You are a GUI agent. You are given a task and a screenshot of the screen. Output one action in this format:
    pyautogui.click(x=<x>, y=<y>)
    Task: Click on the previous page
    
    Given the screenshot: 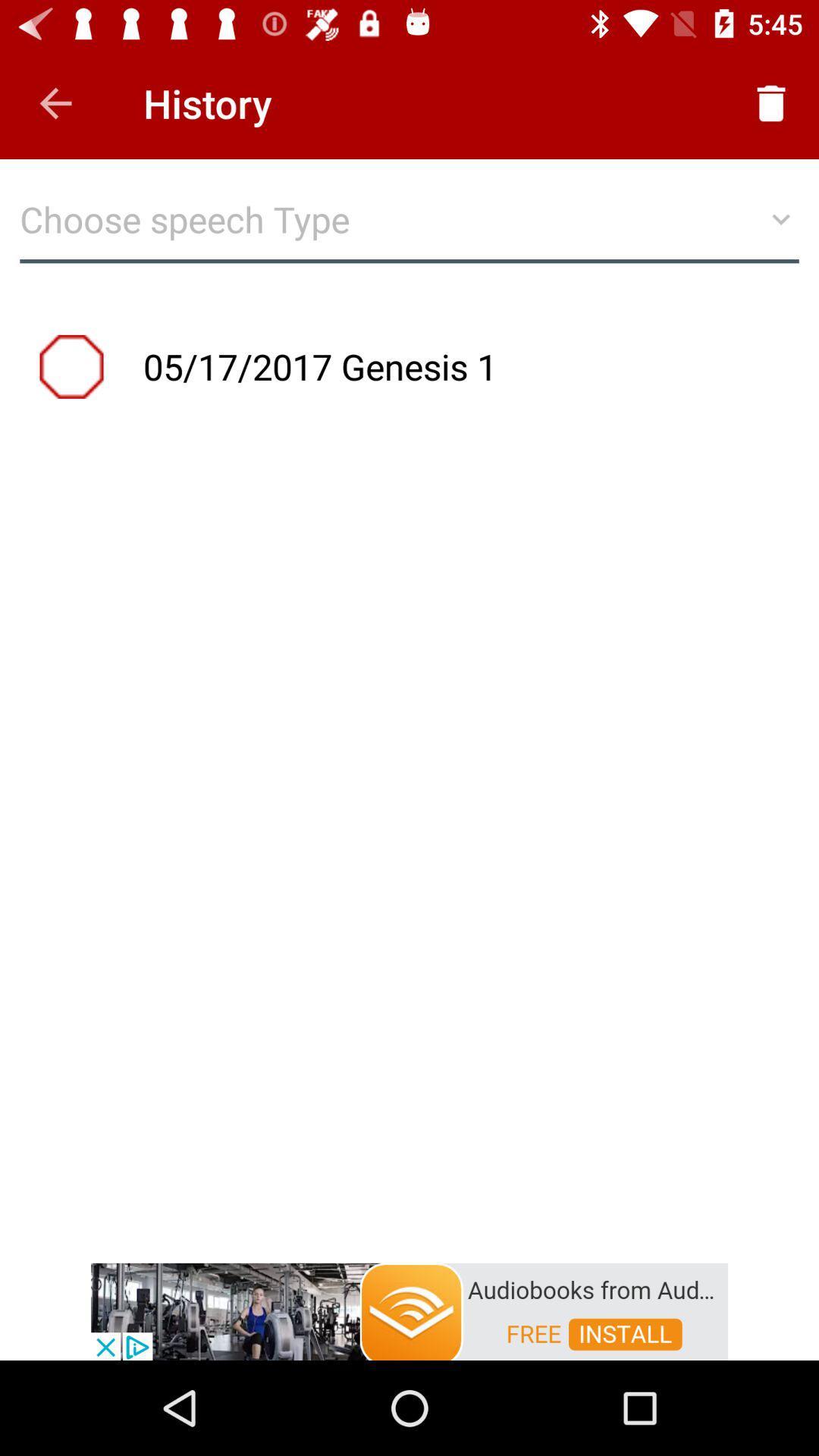 What is the action you would take?
    pyautogui.click(x=55, y=102)
    